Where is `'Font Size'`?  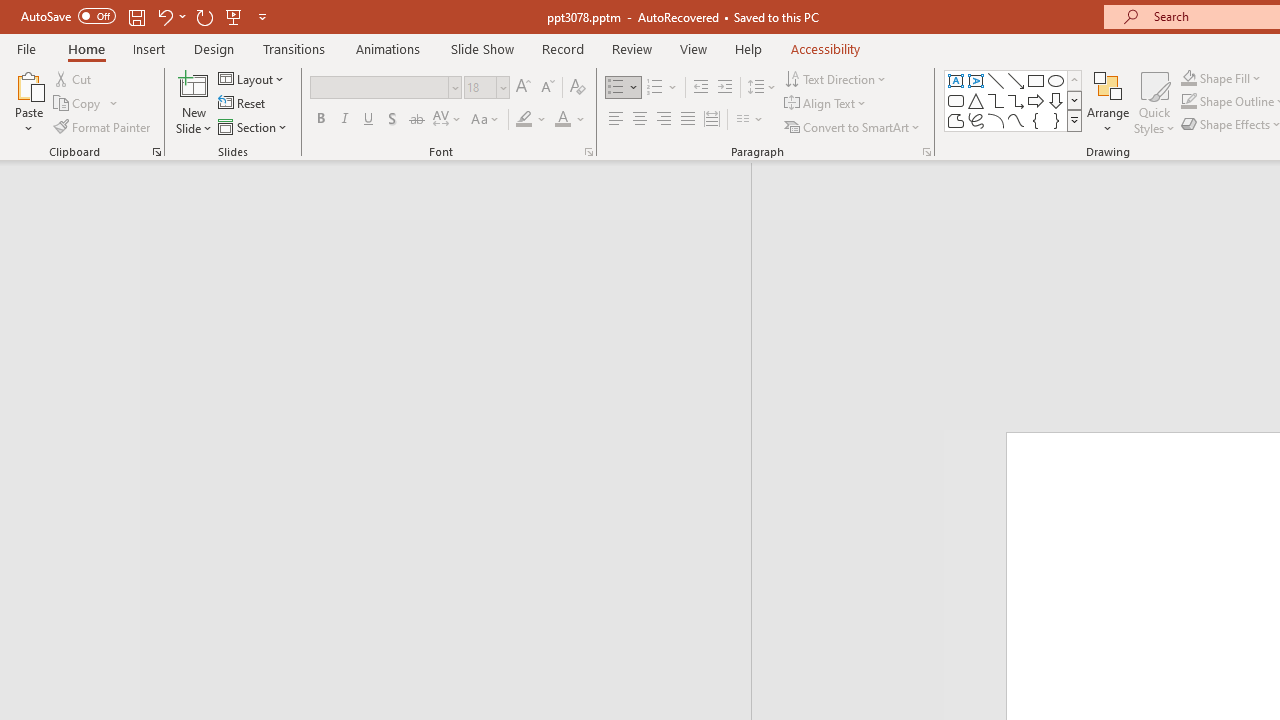
'Font Size' is located at coordinates (480, 86).